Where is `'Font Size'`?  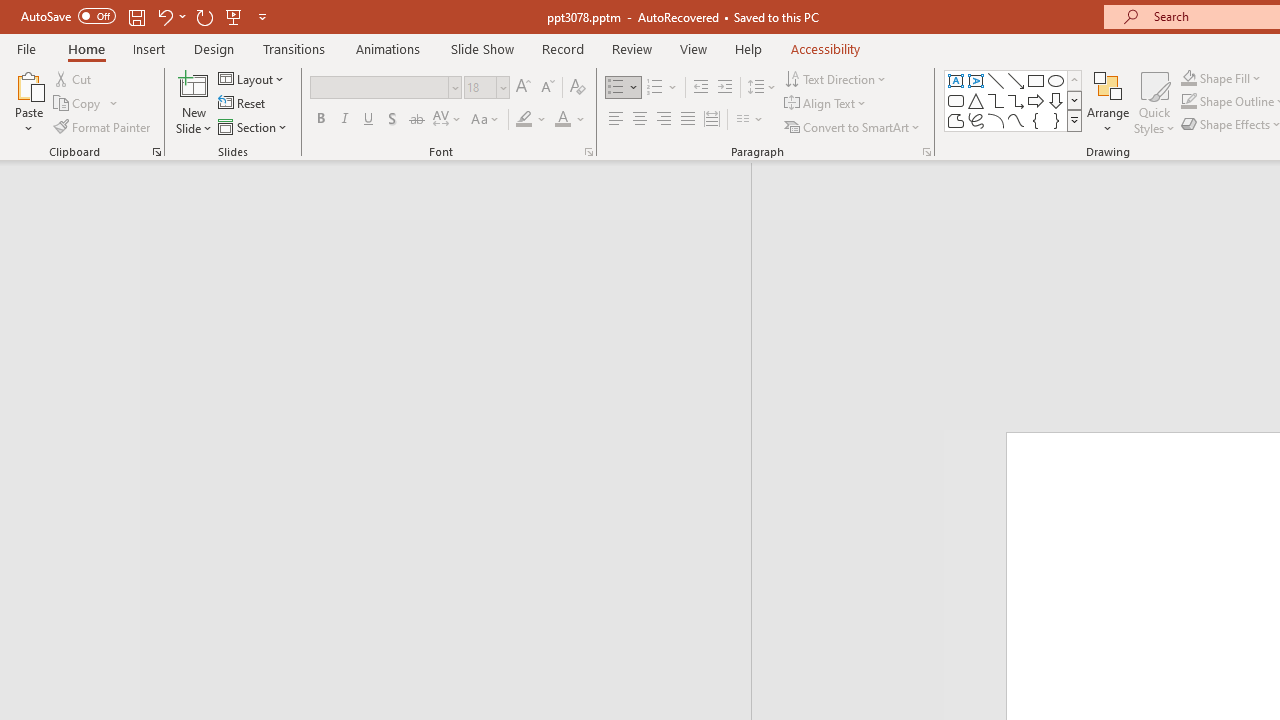
'Font Size' is located at coordinates (480, 86).